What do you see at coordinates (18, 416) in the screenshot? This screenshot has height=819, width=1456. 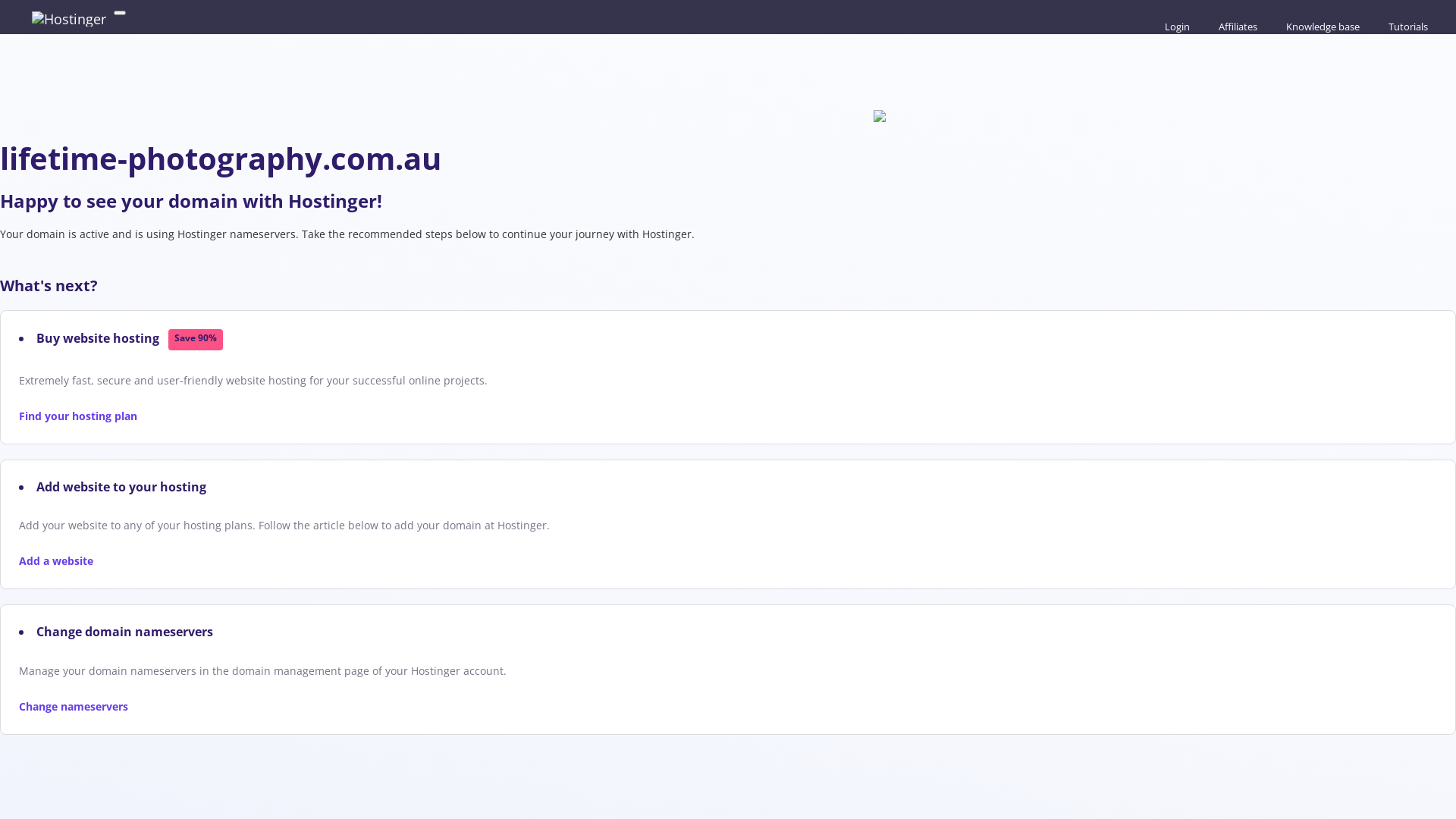 I see `'Find your hosting plan'` at bounding box center [18, 416].